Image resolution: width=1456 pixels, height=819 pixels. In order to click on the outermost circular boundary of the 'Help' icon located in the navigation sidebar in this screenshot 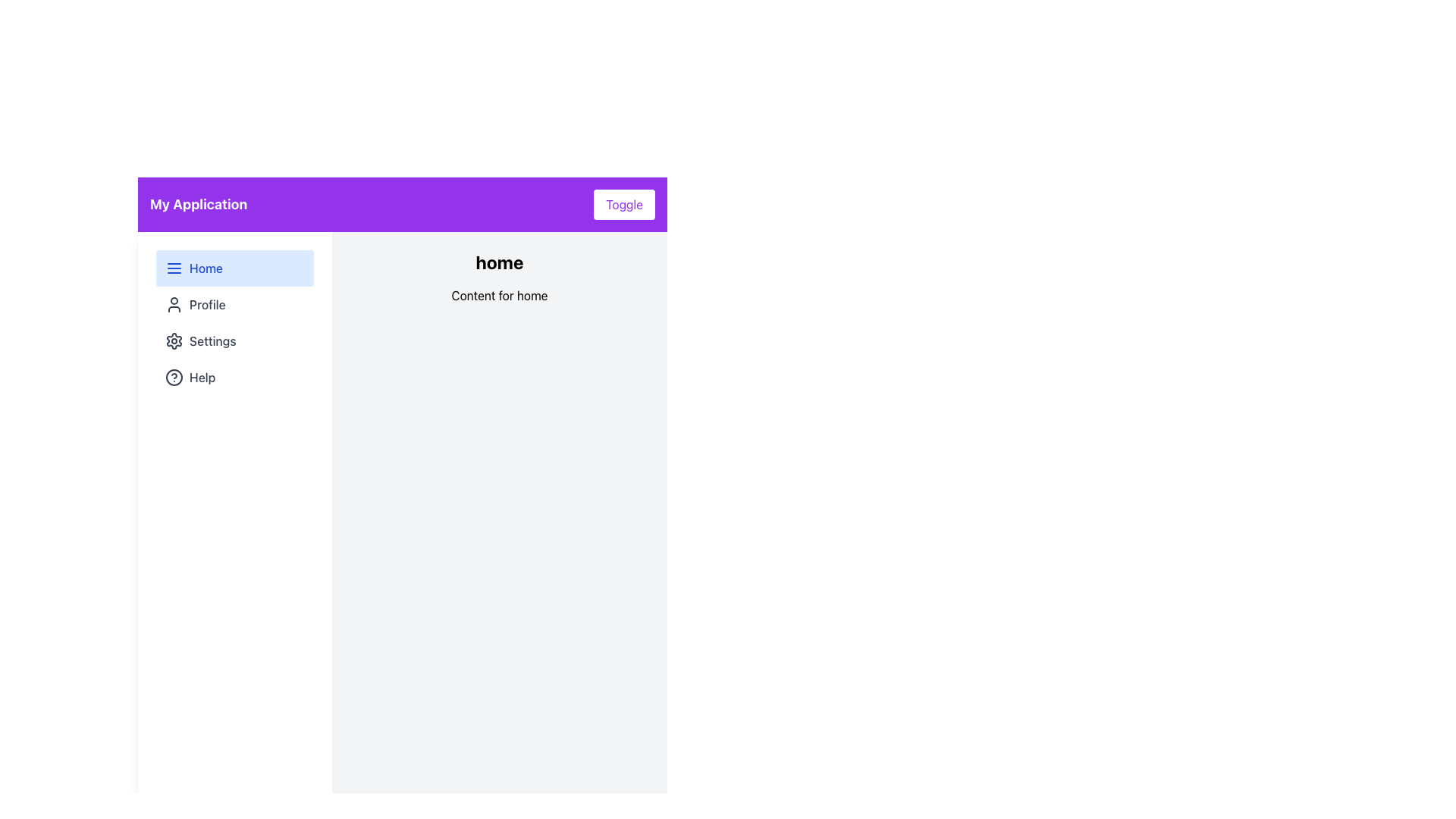, I will do `click(174, 376)`.